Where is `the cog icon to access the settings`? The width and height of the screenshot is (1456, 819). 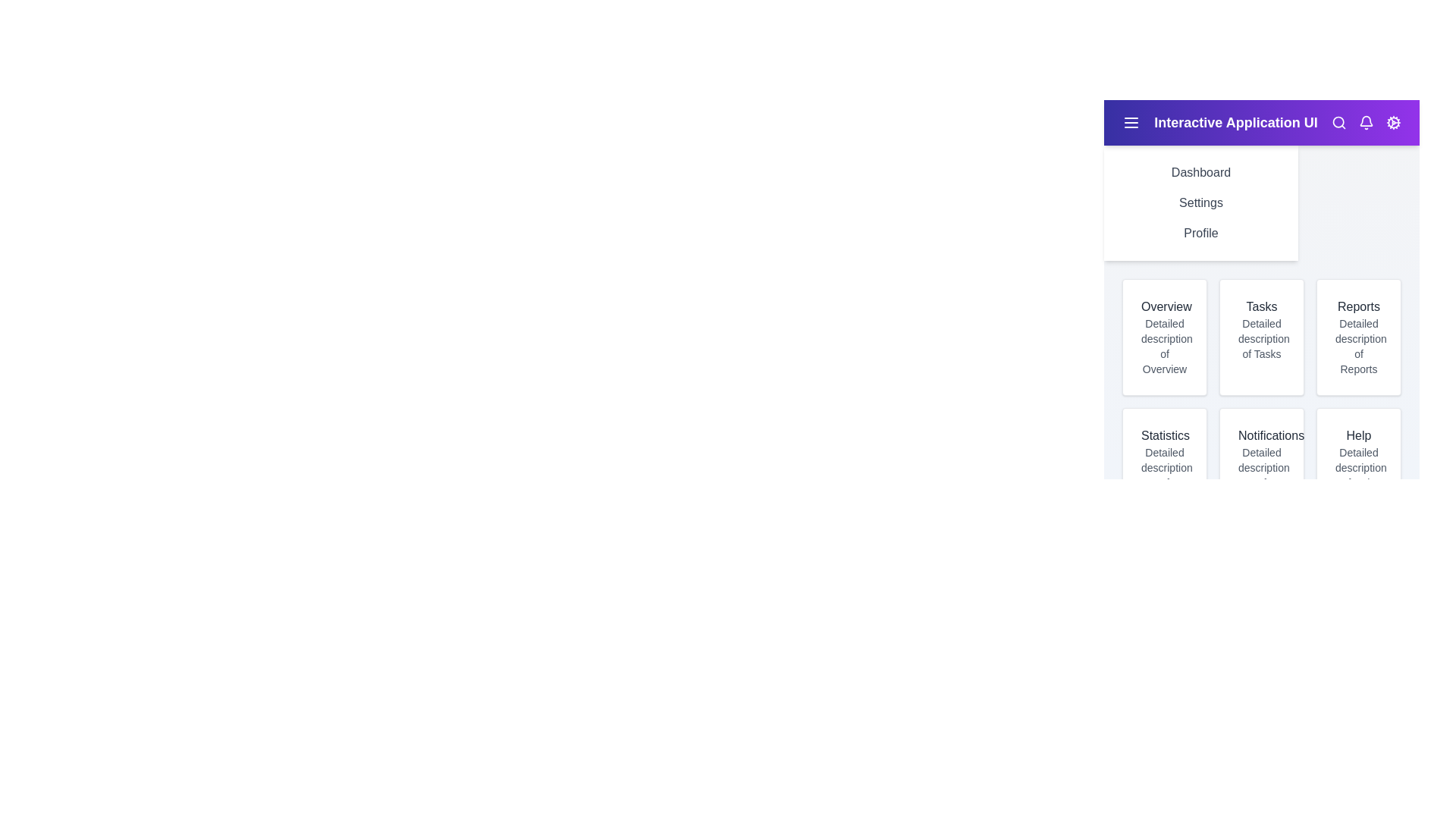
the cog icon to access the settings is located at coordinates (1394, 122).